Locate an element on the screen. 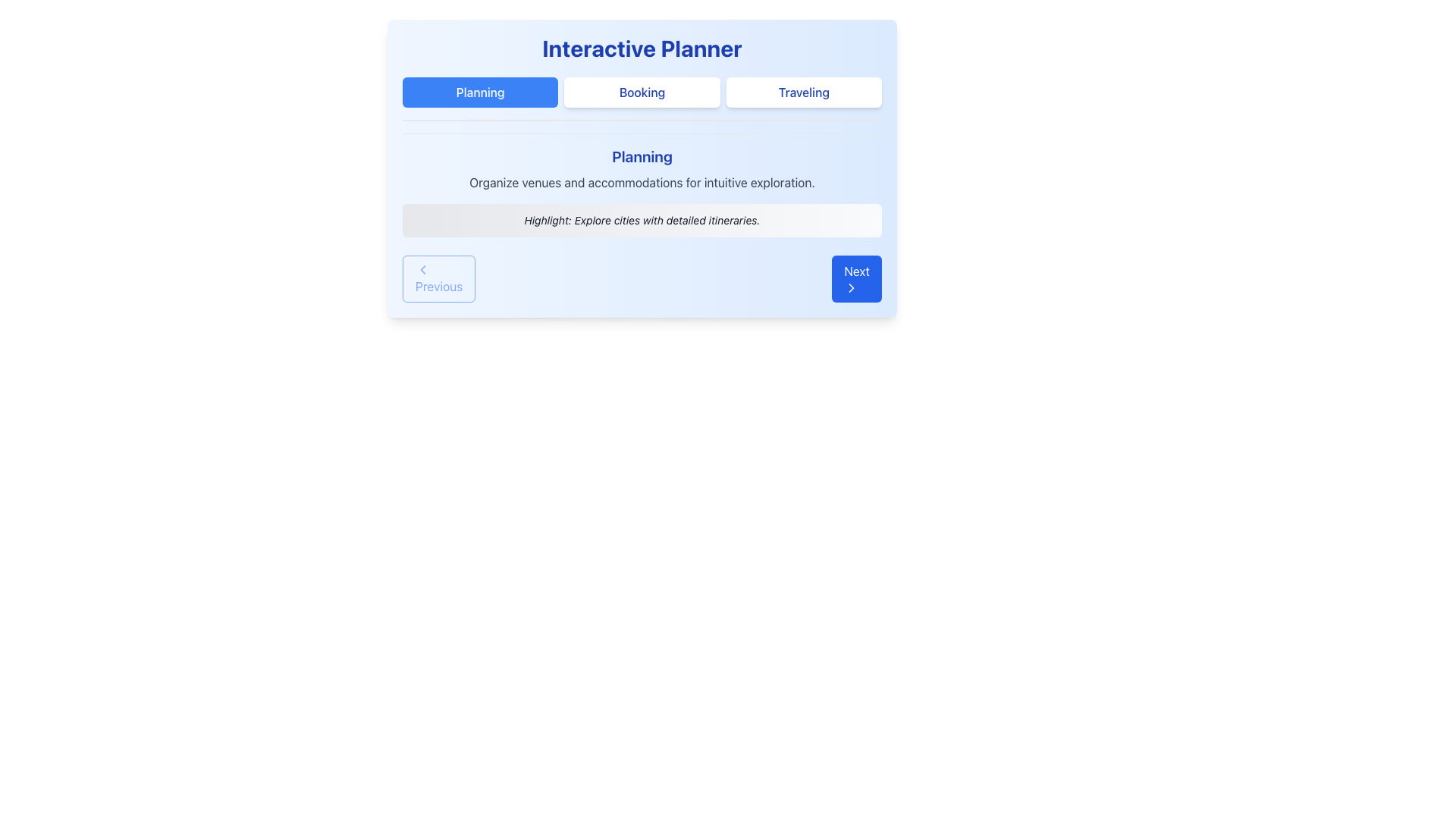  the blue 'Planning' button with white text is located at coordinates (479, 93).